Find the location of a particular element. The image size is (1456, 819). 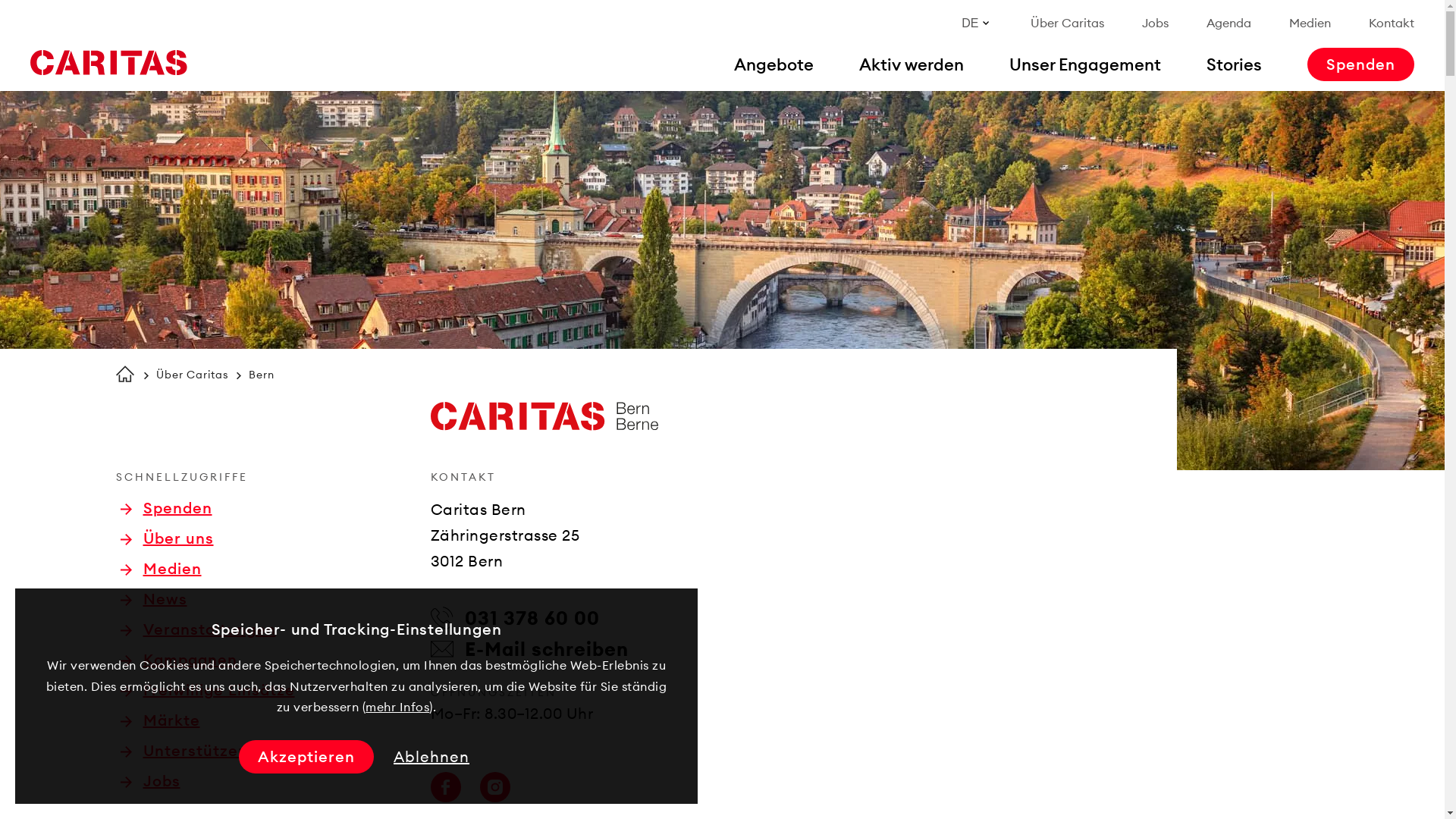

'Aktiv werden' is located at coordinates (910, 63).